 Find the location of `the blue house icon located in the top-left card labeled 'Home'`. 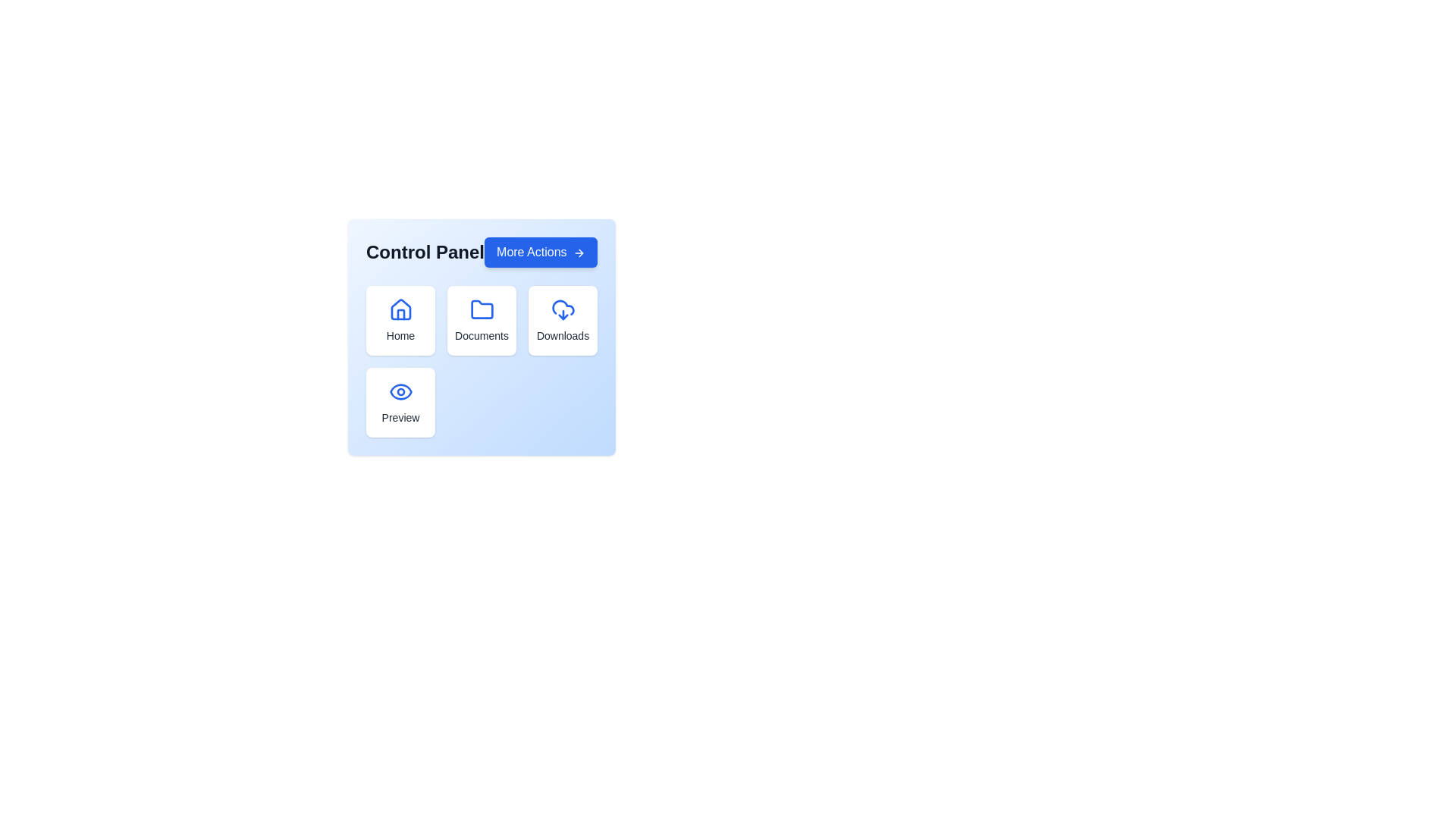

the blue house icon located in the top-left card labeled 'Home' is located at coordinates (400, 309).